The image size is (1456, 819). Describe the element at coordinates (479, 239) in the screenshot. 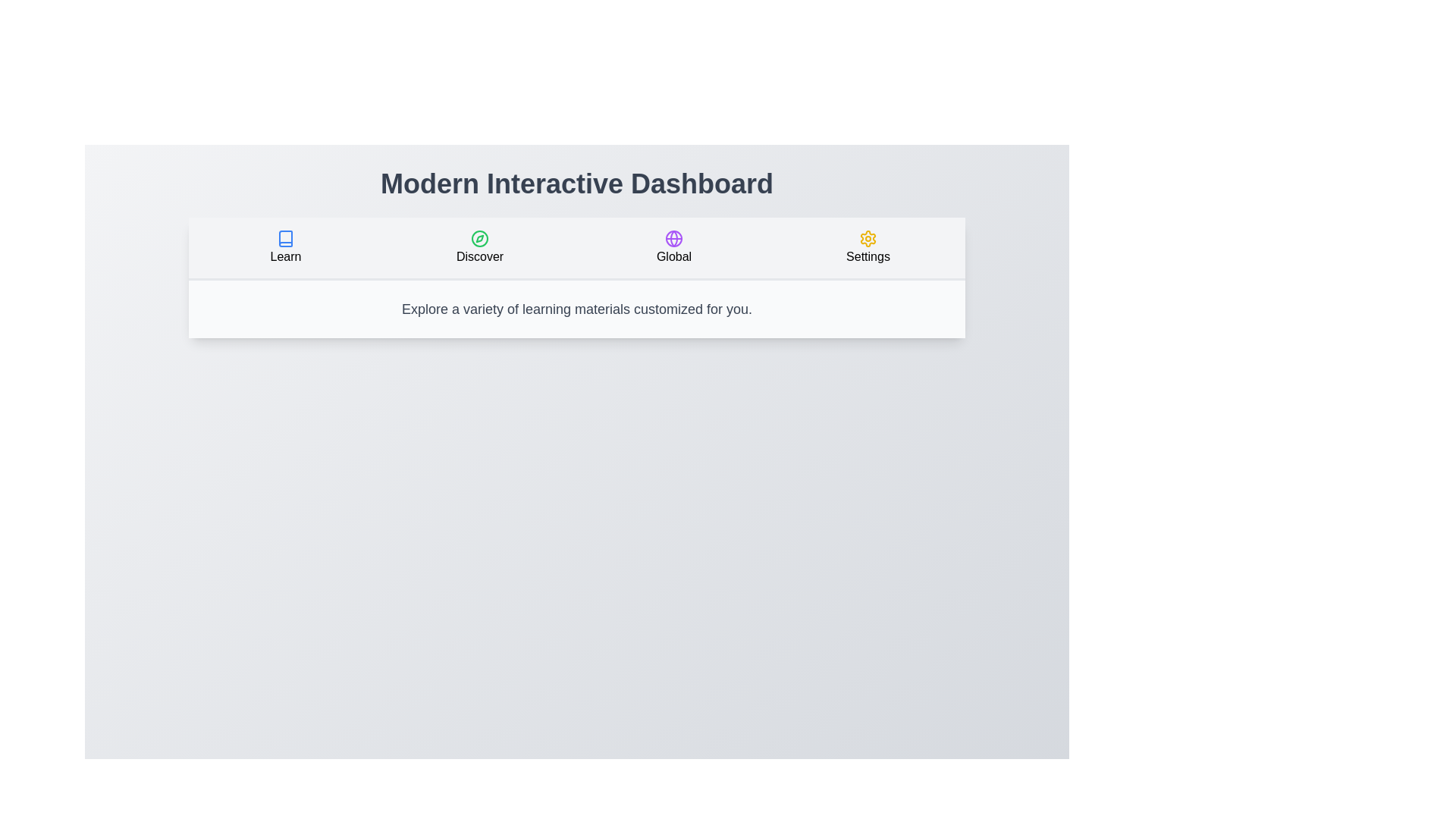

I see `the 'Discover' icon located in the top navigation bar, which directs users to exploration or discovery-related content` at that location.